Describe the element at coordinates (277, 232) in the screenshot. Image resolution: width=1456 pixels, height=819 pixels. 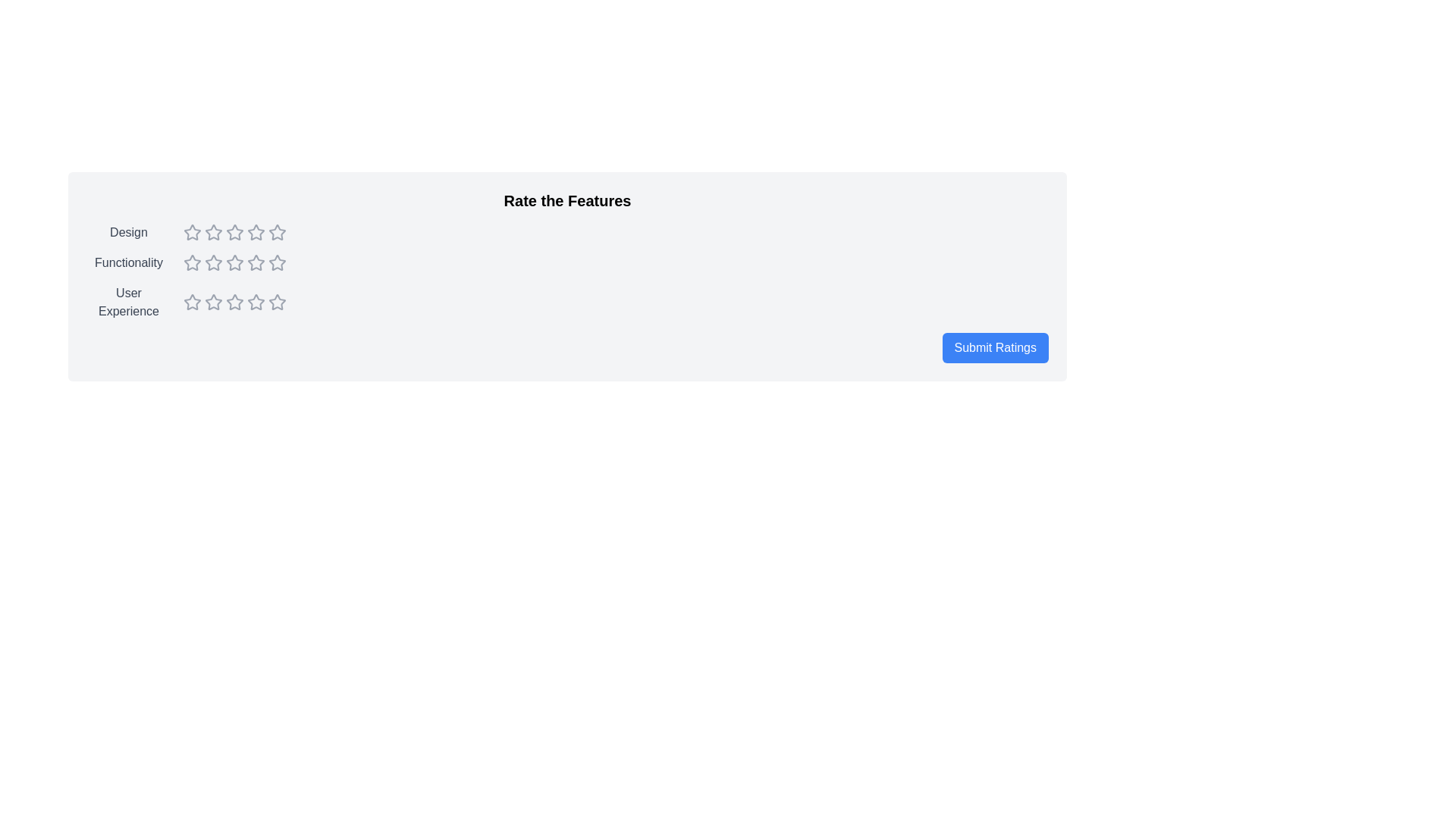
I see `the fourth star icon in the rating section` at that location.